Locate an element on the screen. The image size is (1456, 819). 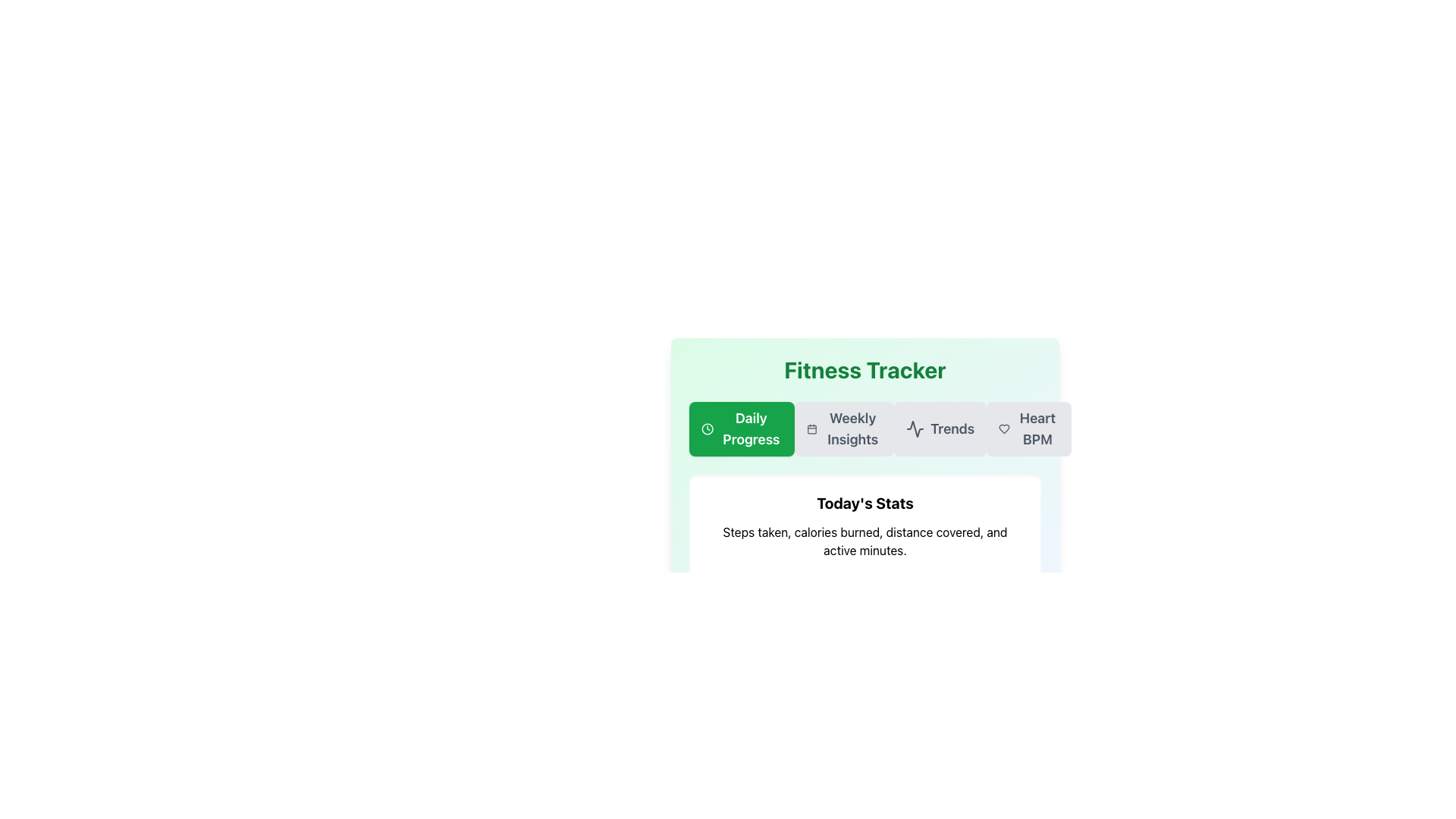
the Text Header that serves as a header for the daily fitness statistics section, located below the main header 'Fitness Tracker' is located at coordinates (865, 503).